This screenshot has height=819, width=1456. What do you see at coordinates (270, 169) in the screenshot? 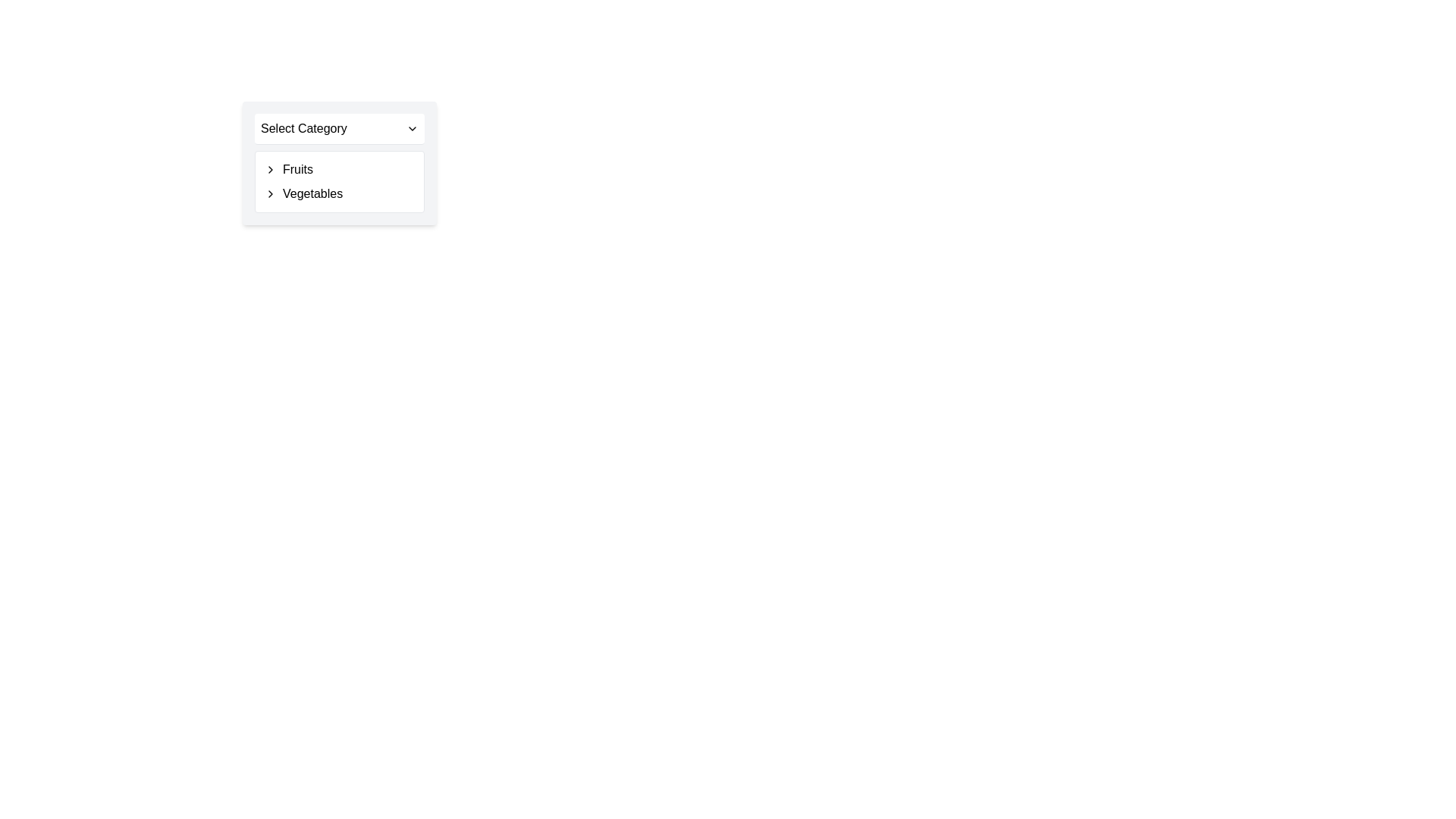
I see `the Chevron Icon, which is a small rightward-pointing icon used for navigation, located to the left of the 'Fruits' text in the dropdown menu` at bounding box center [270, 169].